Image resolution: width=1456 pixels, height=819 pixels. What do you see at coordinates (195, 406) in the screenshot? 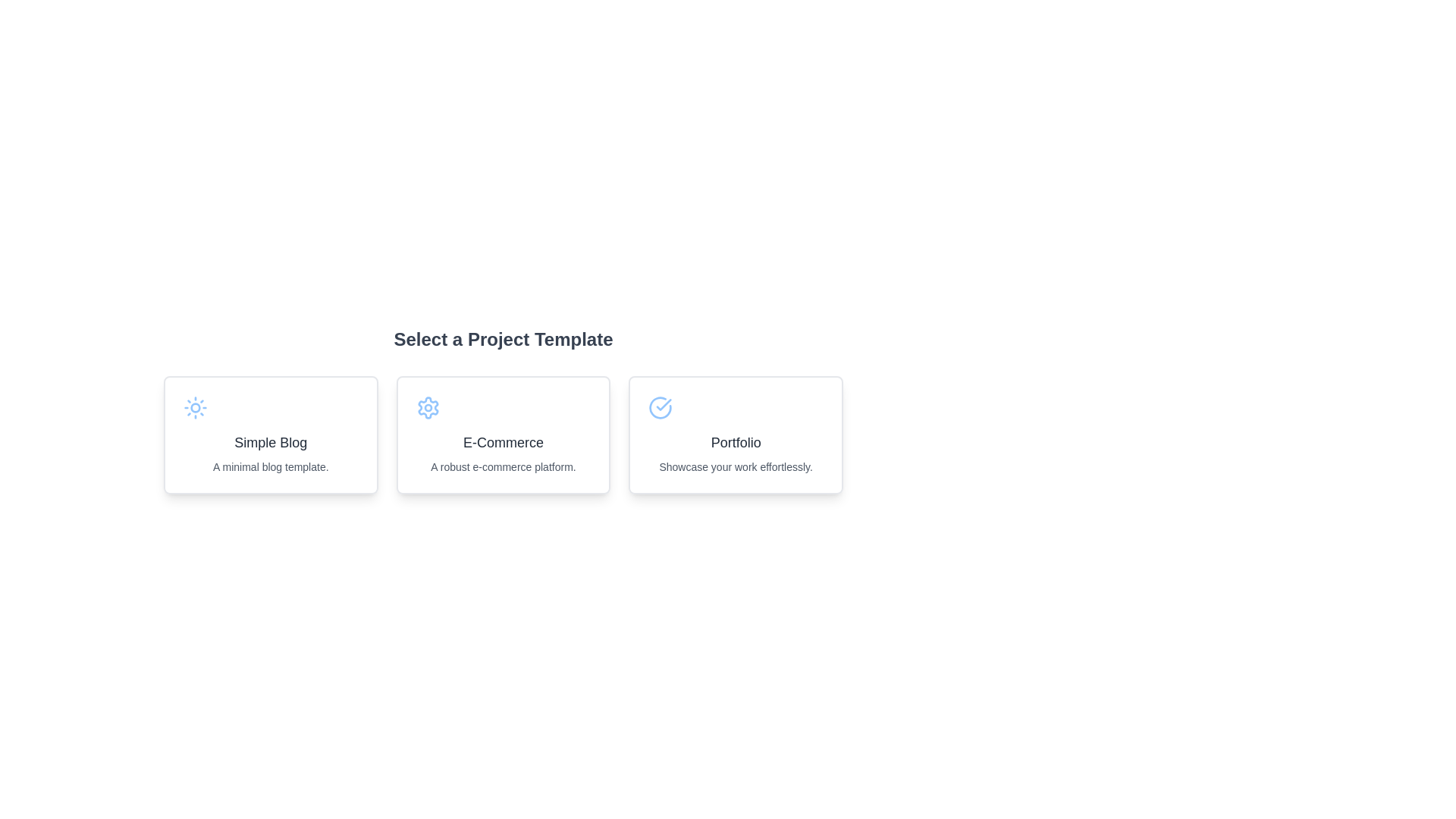
I see `the small decorative circle within the sun icon located in the 'Simple Blog' card, which is positioned on the left side of the page` at bounding box center [195, 406].